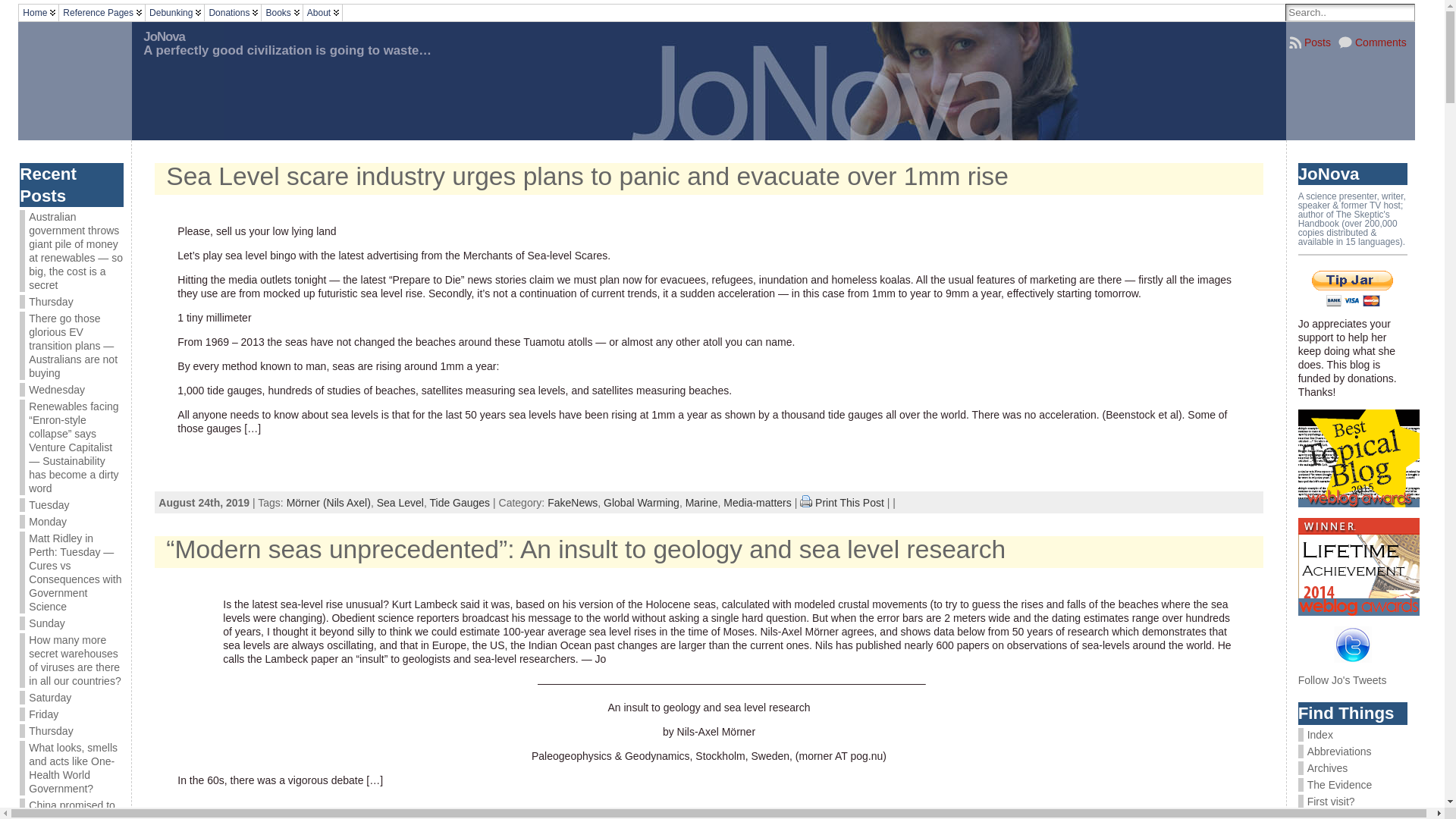  Describe the element at coordinates (1353, 733) in the screenshot. I see `'Index'` at that location.